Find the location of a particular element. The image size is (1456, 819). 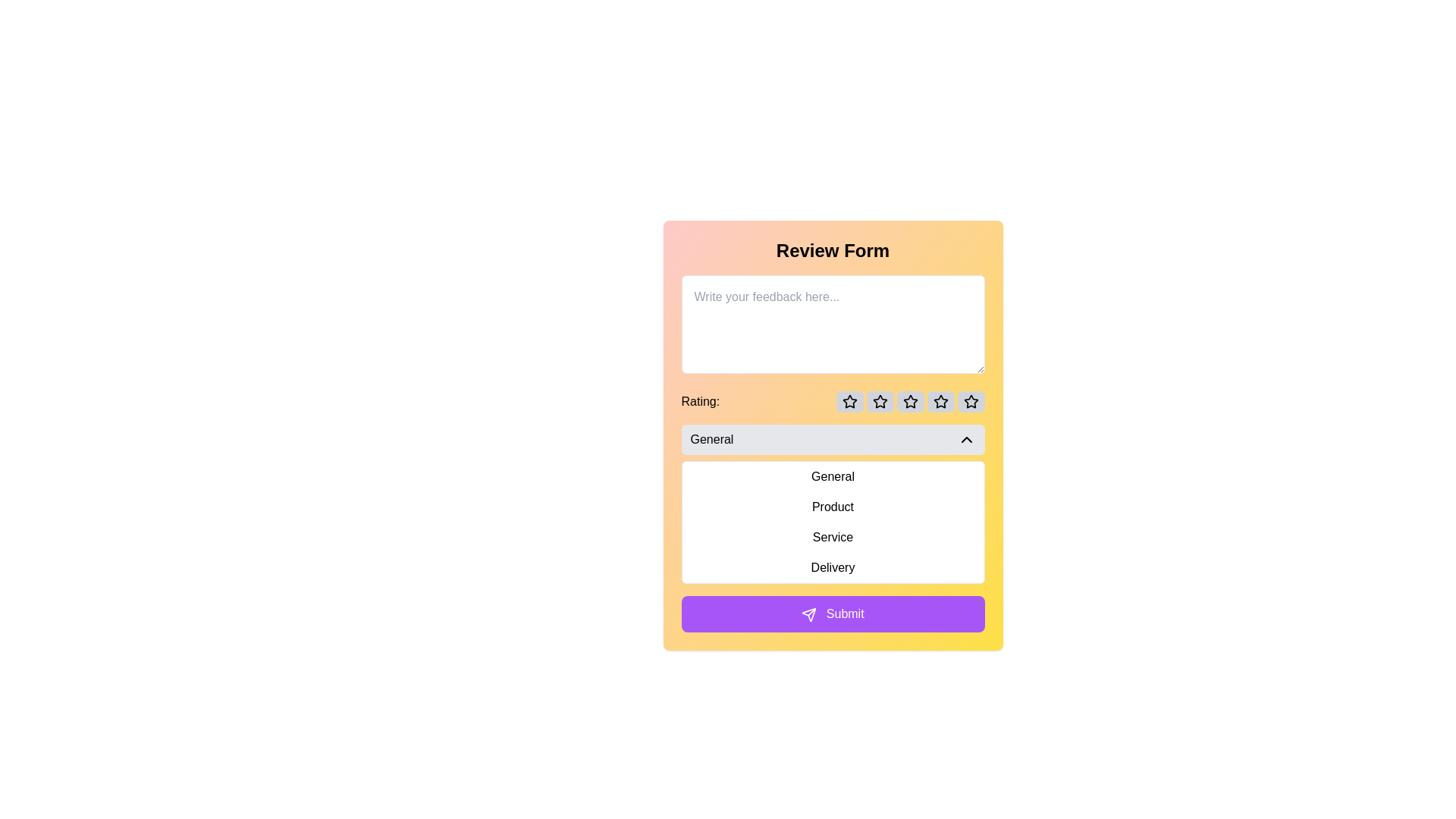

the rightmost star icon in the row of five star icons used for rating, located below the feedback textarea and above the dropdown menu in the review form is located at coordinates (971, 400).